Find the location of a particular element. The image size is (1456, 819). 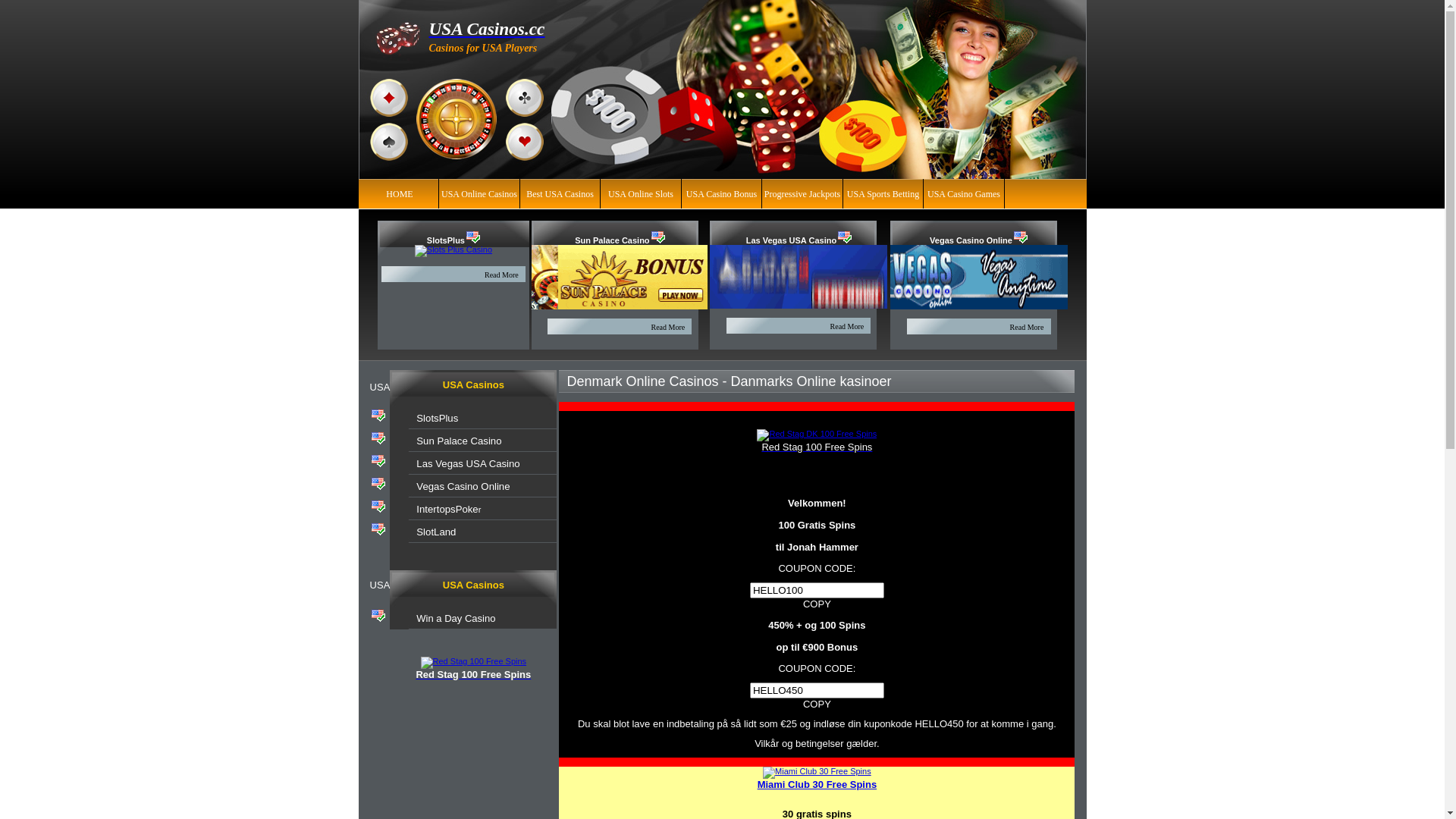

'Best USA Casinos' is located at coordinates (559, 192).